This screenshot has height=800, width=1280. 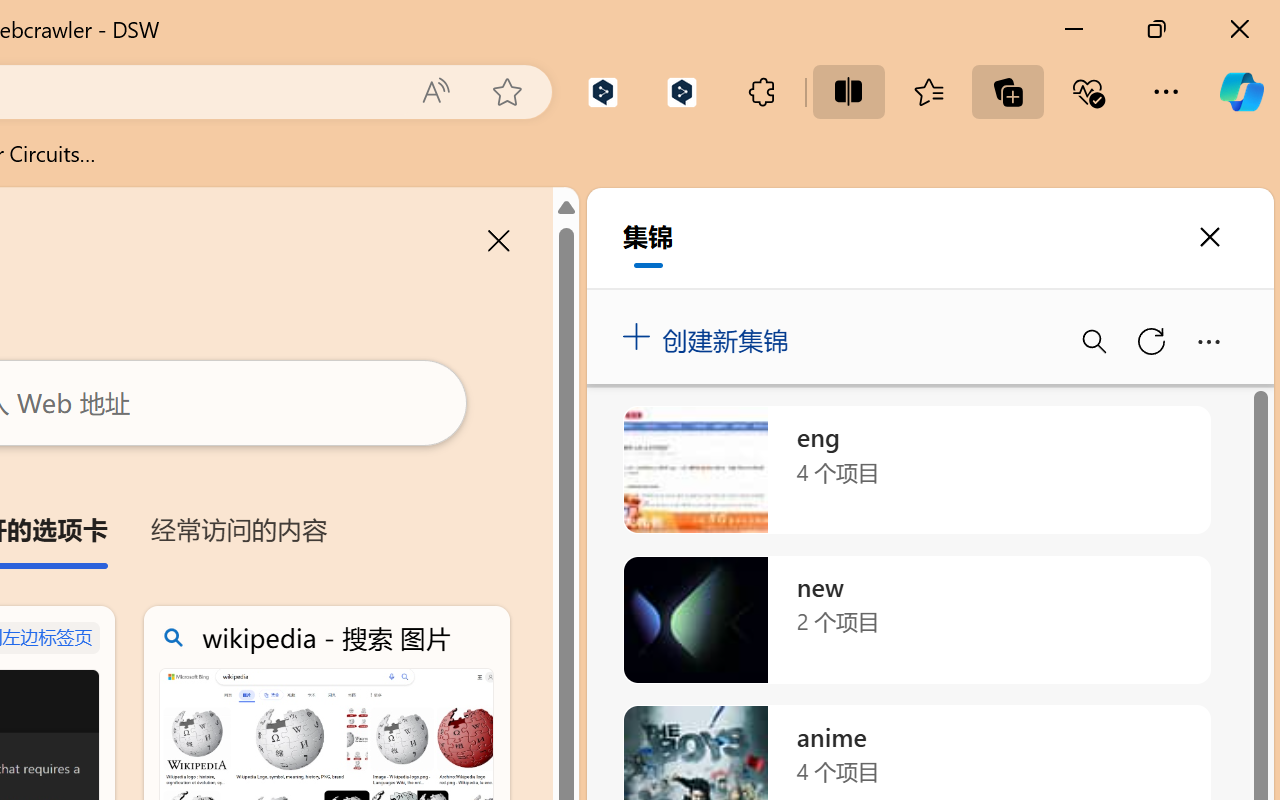 What do you see at coordinates (1240, 91) in the screenshot?
I see `'Copilot (Ctrl+Shift+.)'` at bounding box center [1240, 91].